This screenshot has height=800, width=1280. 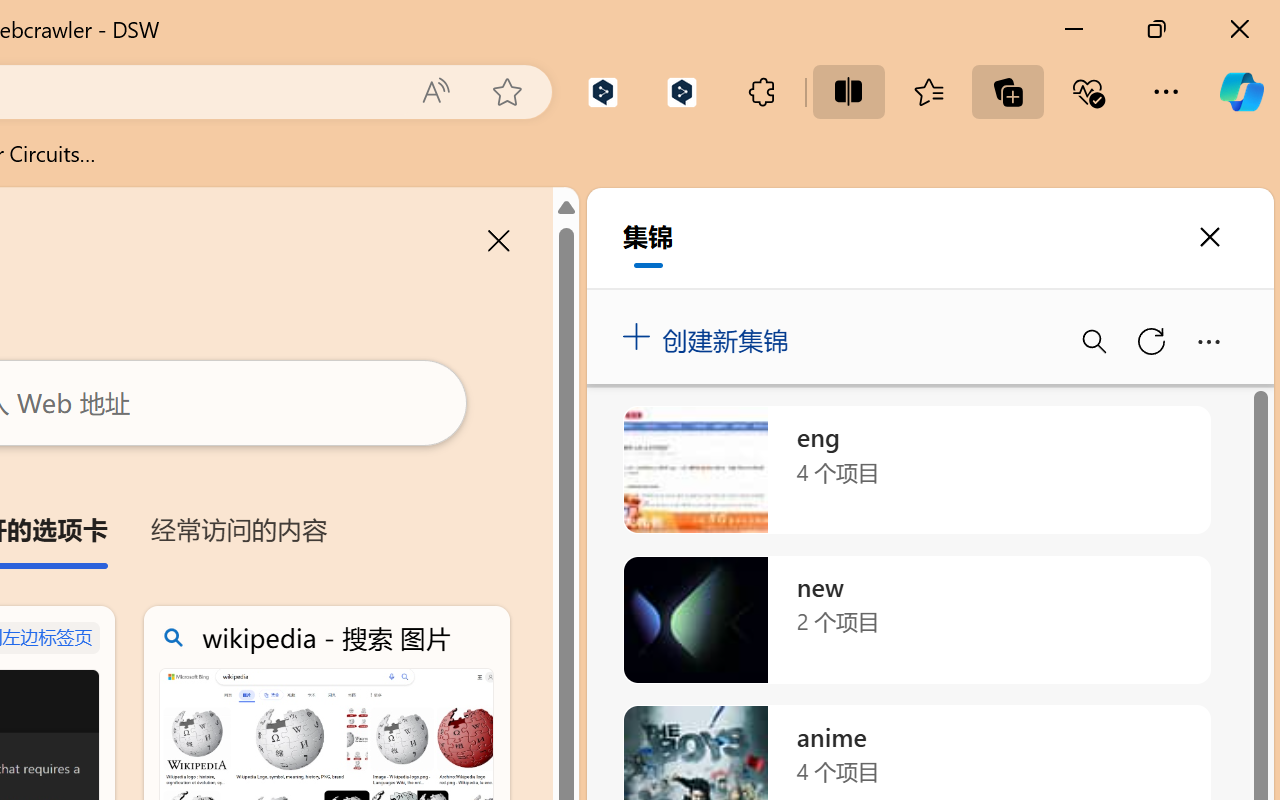 What do you see at coordinates (1240, 91) in the screenshot?
I see `'Copilot (Ctrl+Shift+.)'` at bounding box center [1240, 91].